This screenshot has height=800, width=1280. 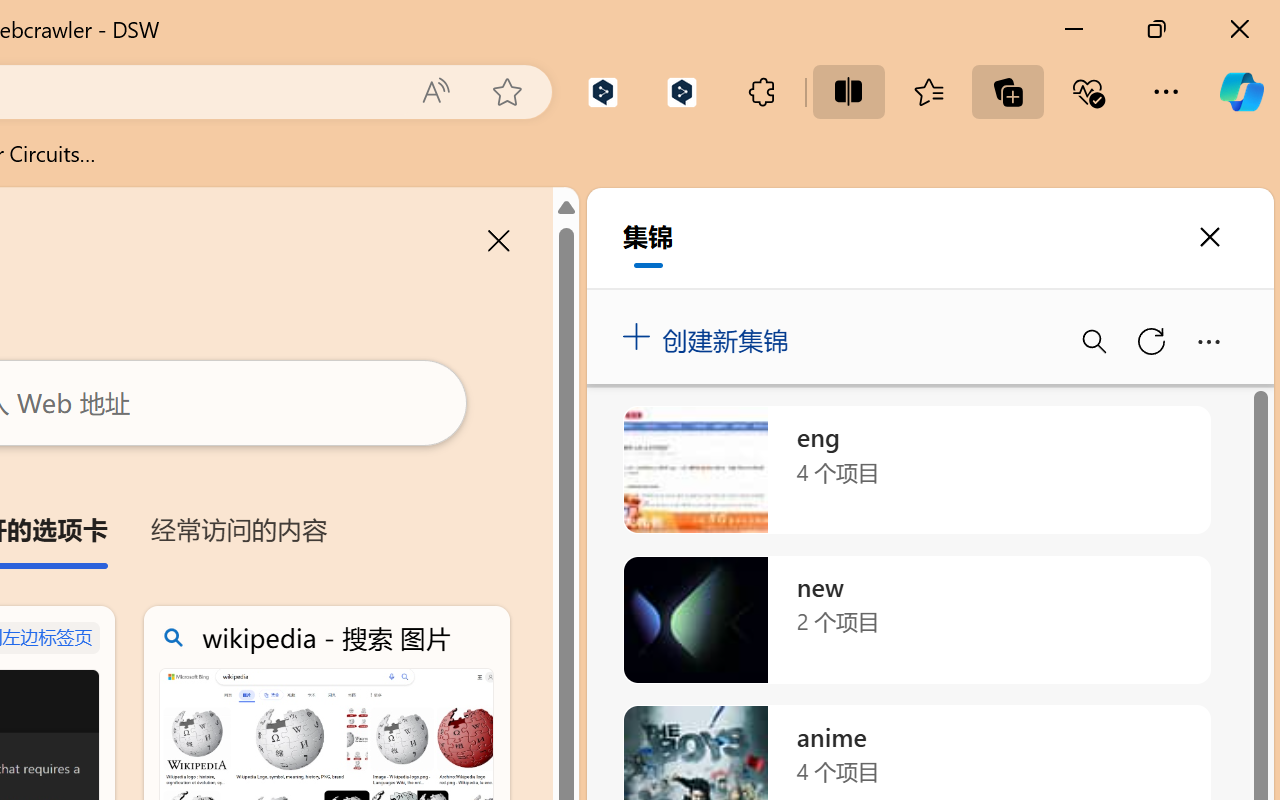 What do you see at coordinates (1240, 91) in the screenshot?
I see `'Copilot (Ctrl+Shift+.)'` at bounding box center [1240, 91].